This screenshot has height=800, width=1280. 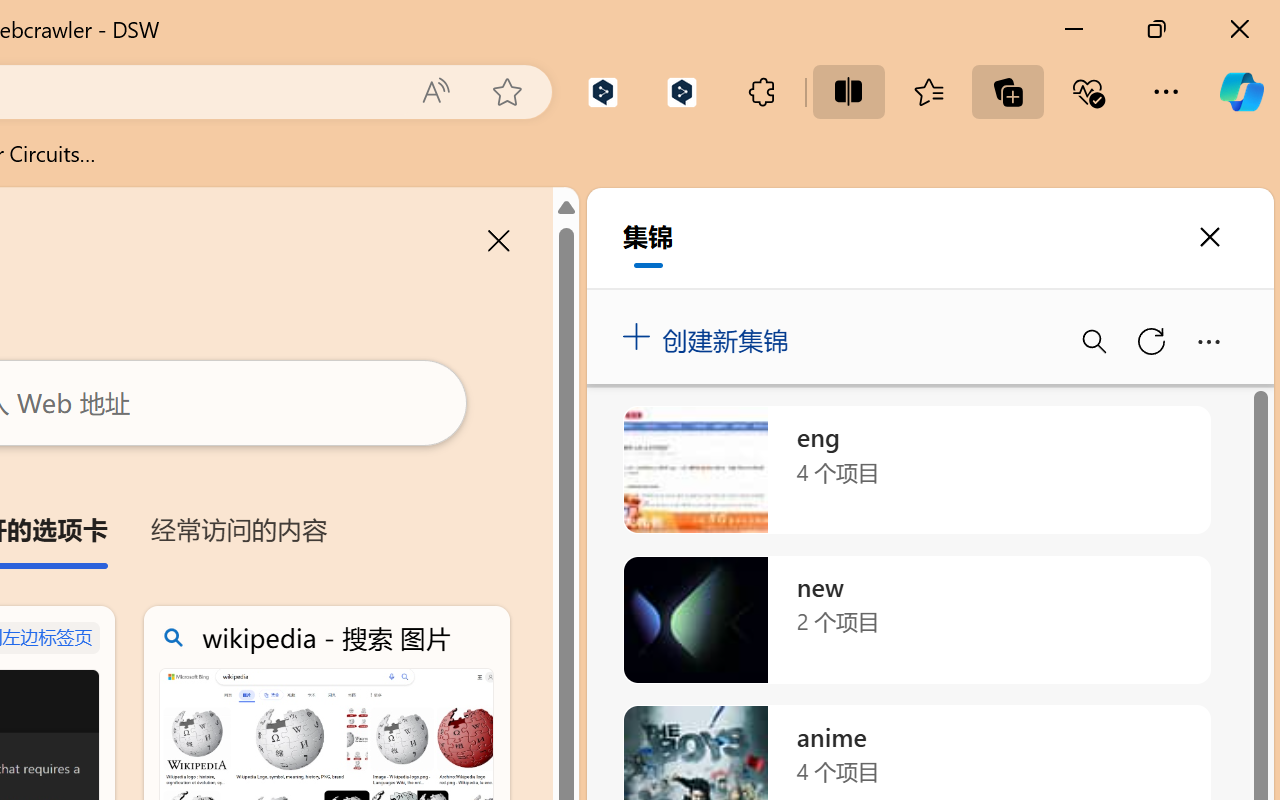 What do you see at coordinates (1240, 91) in the screenshot?
I see `'Copilot (Ctrl+Shift+.)'` at bounding box center [1240, 91].